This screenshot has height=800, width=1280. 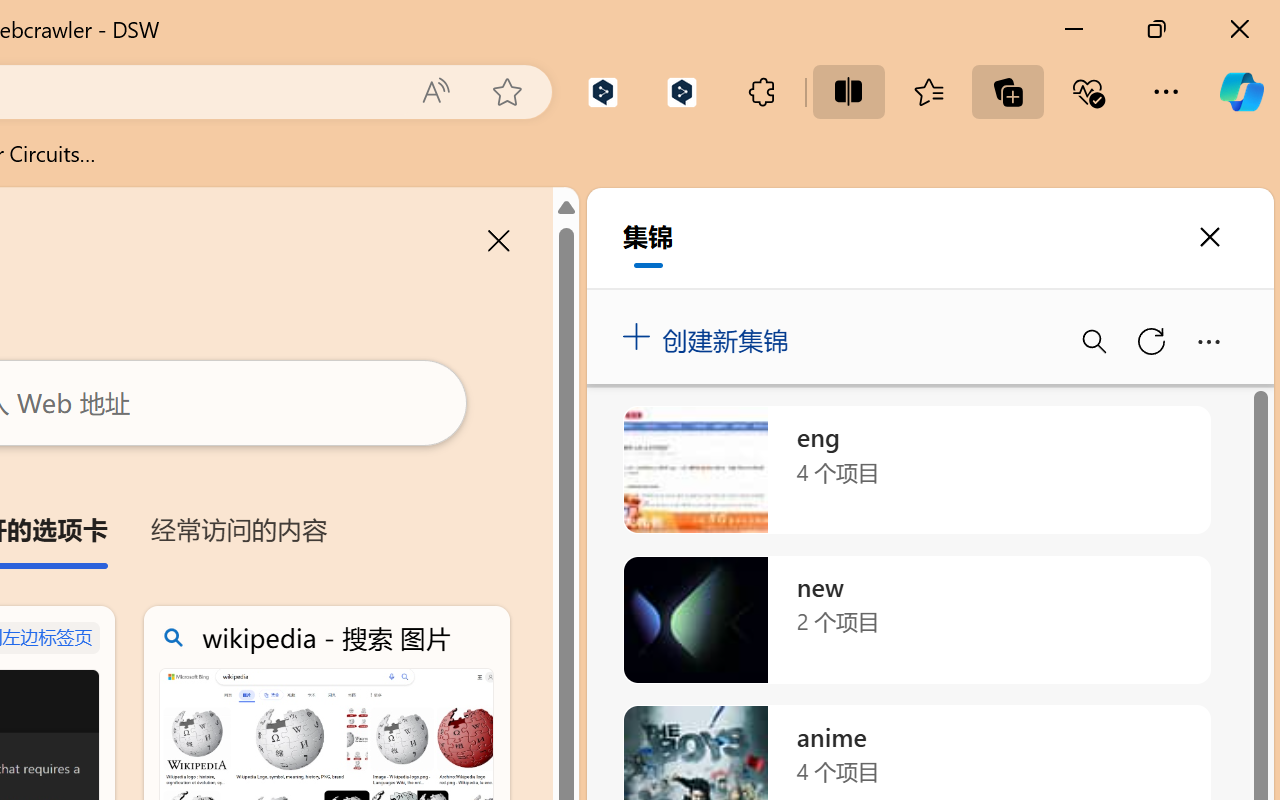 What do you see at coordinates (1240, 91) in the screenshot?
I see `'Copilot (Ctrl+Shift+.)'` at bounding box center [1240, 91].